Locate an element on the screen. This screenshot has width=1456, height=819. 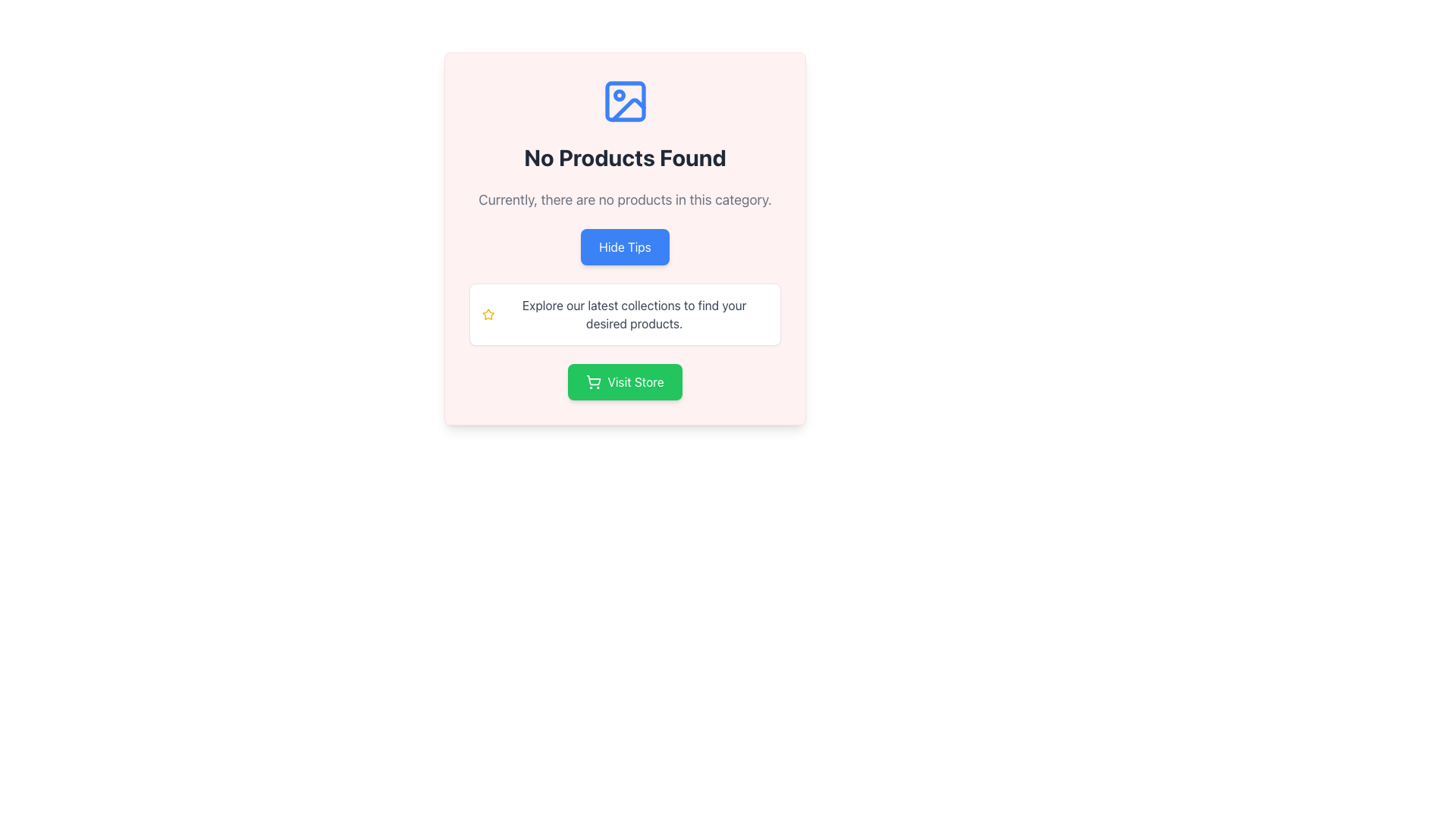
the small square icon with rounded corners within the image icon at the top center of the 'No Products Found' message panel is located at coordinates (625, 102).